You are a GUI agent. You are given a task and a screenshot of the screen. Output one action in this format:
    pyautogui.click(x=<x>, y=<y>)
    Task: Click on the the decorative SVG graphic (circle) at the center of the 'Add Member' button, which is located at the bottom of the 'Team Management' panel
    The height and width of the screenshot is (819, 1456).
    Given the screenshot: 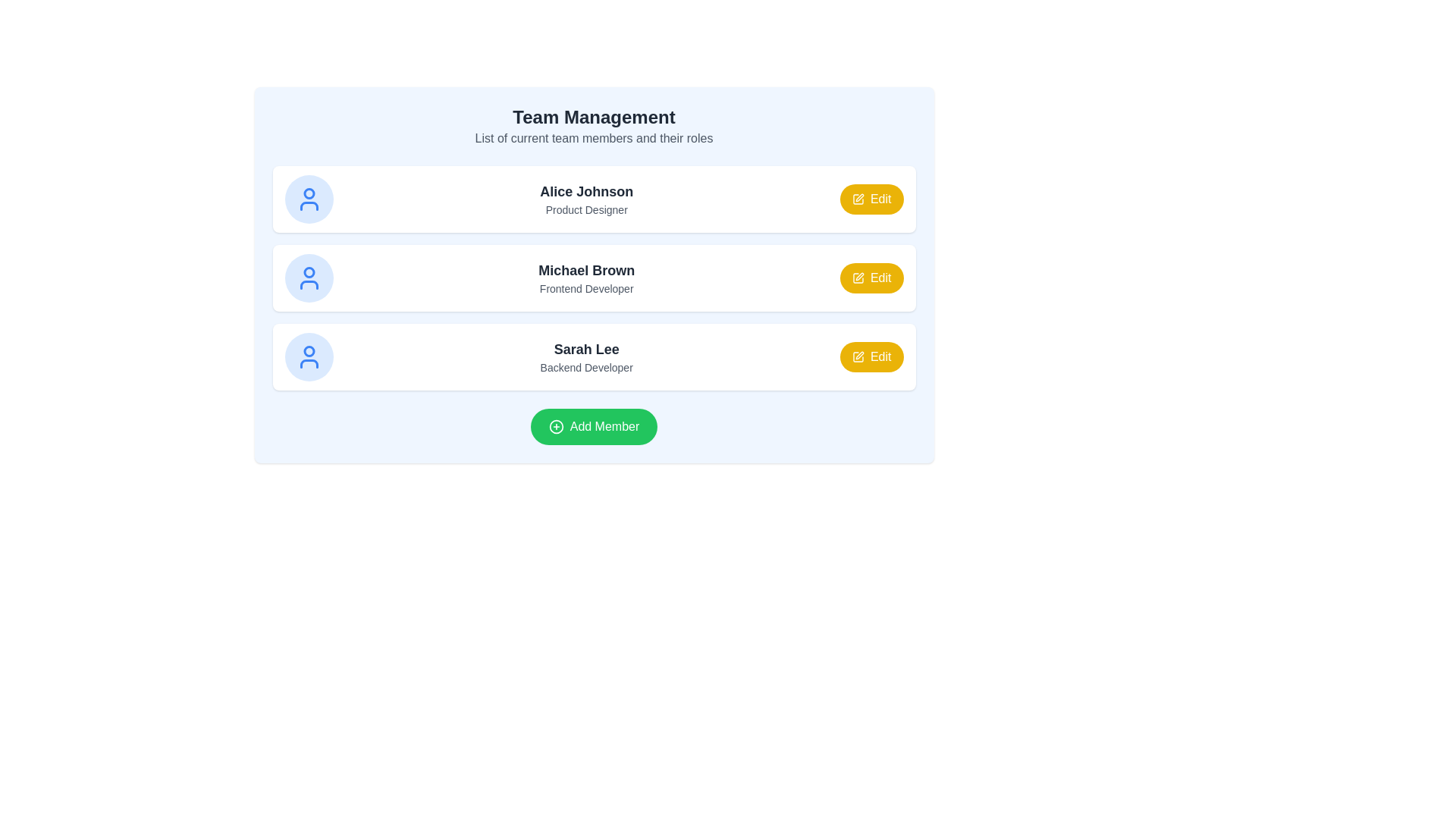 What is the action you would take?
    pyautogui.click(x=555, y=427)
    